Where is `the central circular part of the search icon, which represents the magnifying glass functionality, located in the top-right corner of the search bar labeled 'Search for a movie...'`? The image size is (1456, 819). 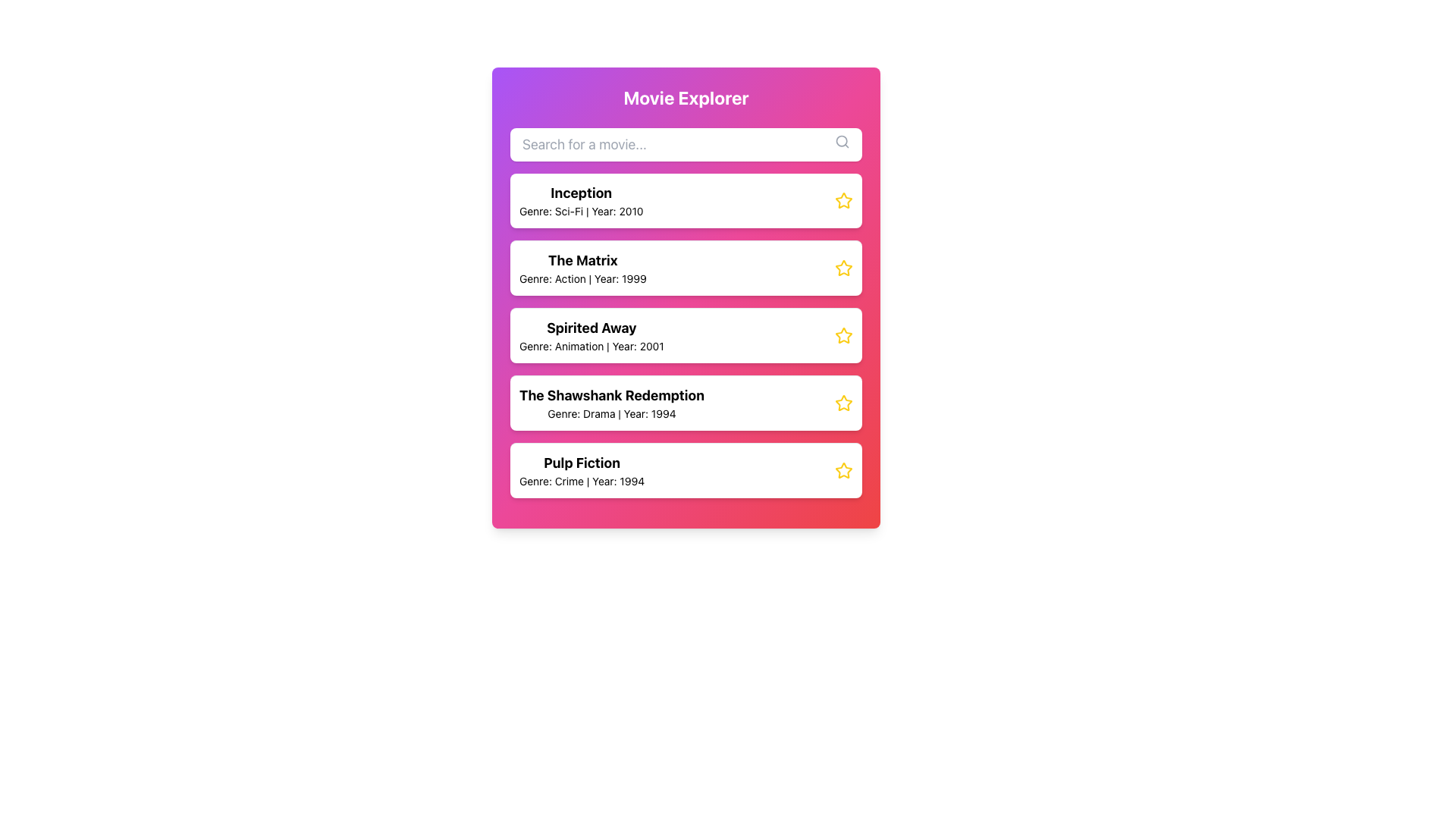 the central circular part of the search icon, which represents the magnifying glass functionality, located in the top-right corner of the search bar labeled 'Search for a movie...' is located at coordinates (841, 141).